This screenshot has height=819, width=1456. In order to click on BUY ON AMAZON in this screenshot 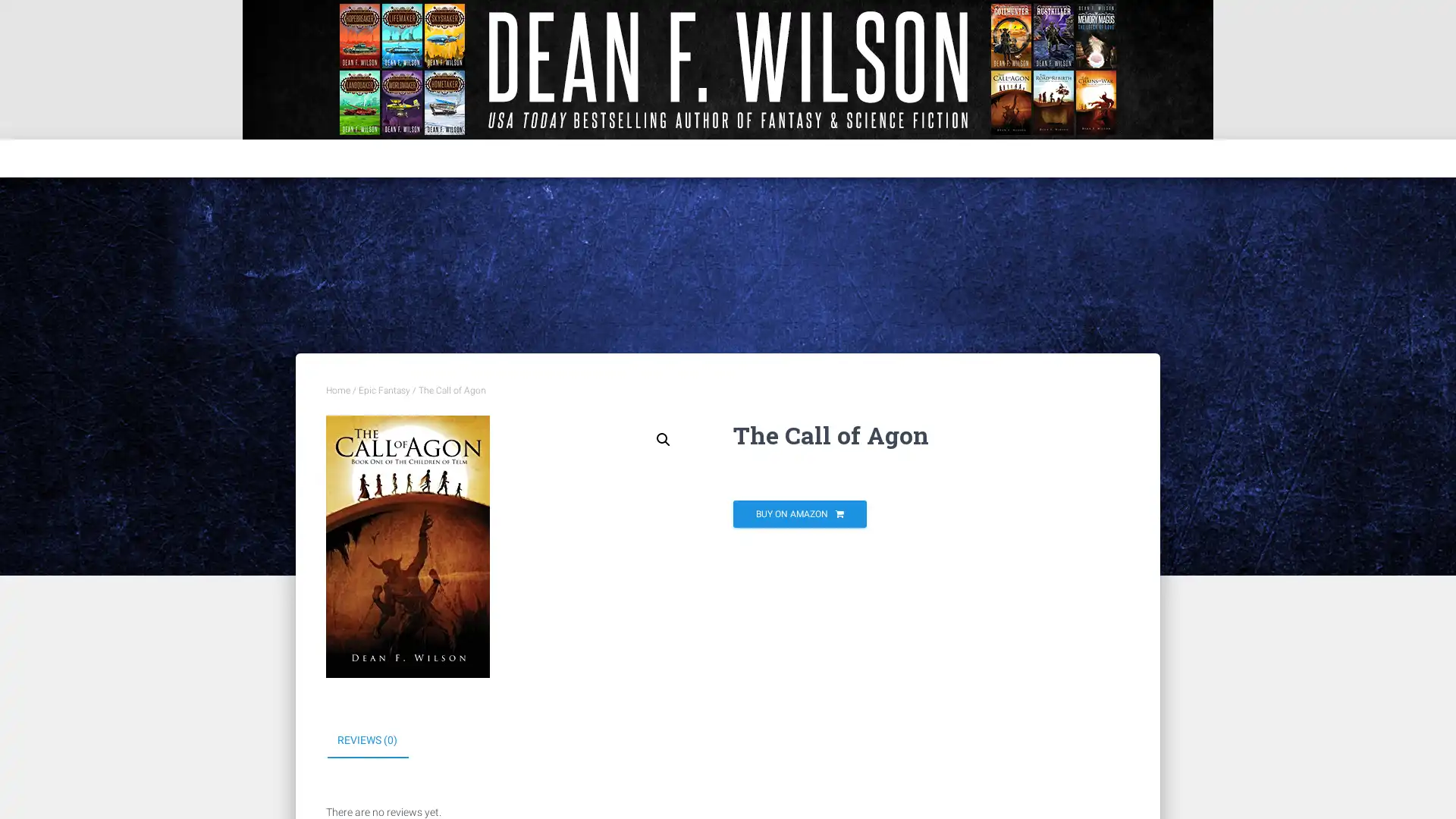, I will do `click(799, 513)`.